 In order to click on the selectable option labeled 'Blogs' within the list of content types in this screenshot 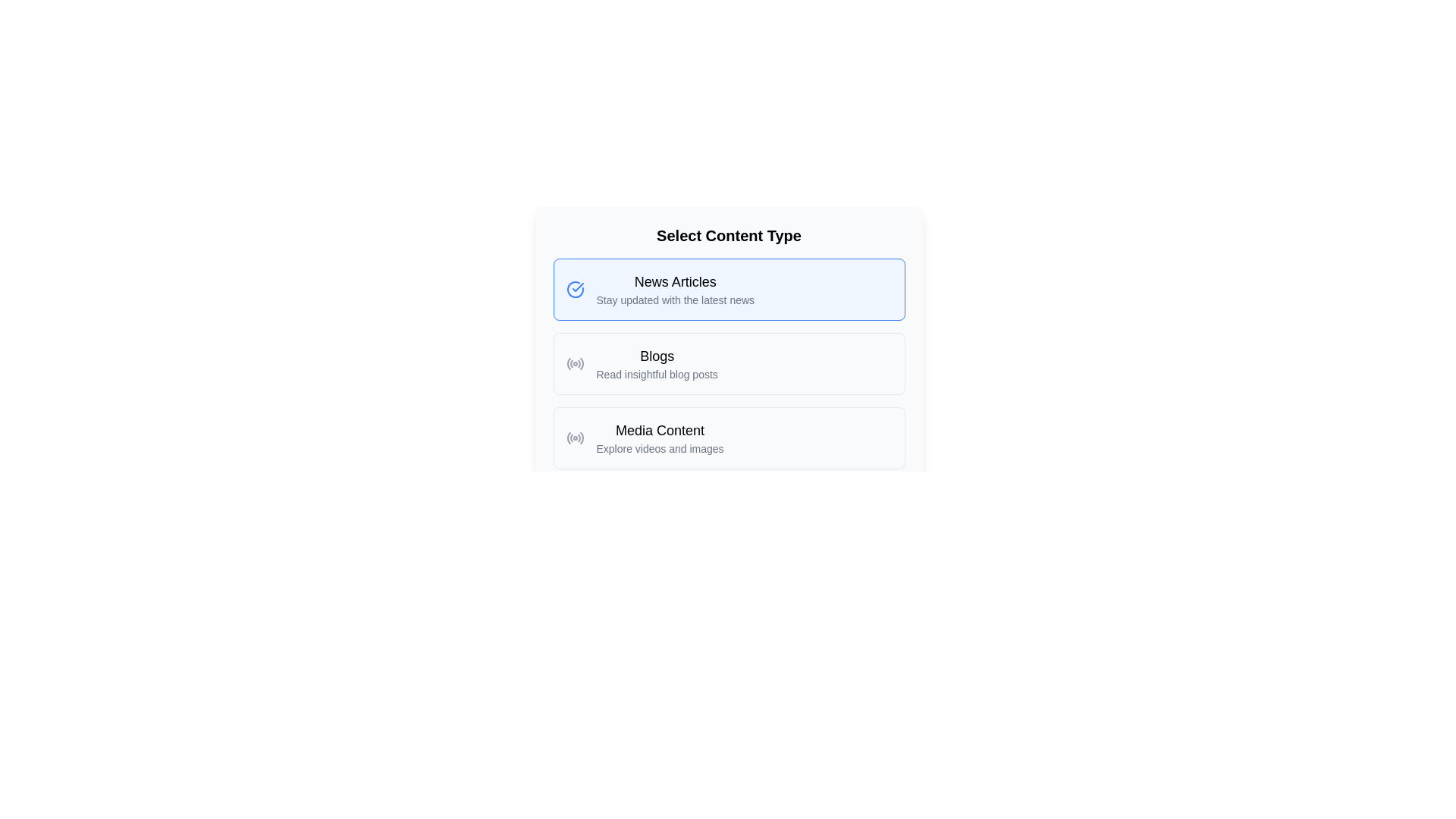, I will do `click(729, 363)`.